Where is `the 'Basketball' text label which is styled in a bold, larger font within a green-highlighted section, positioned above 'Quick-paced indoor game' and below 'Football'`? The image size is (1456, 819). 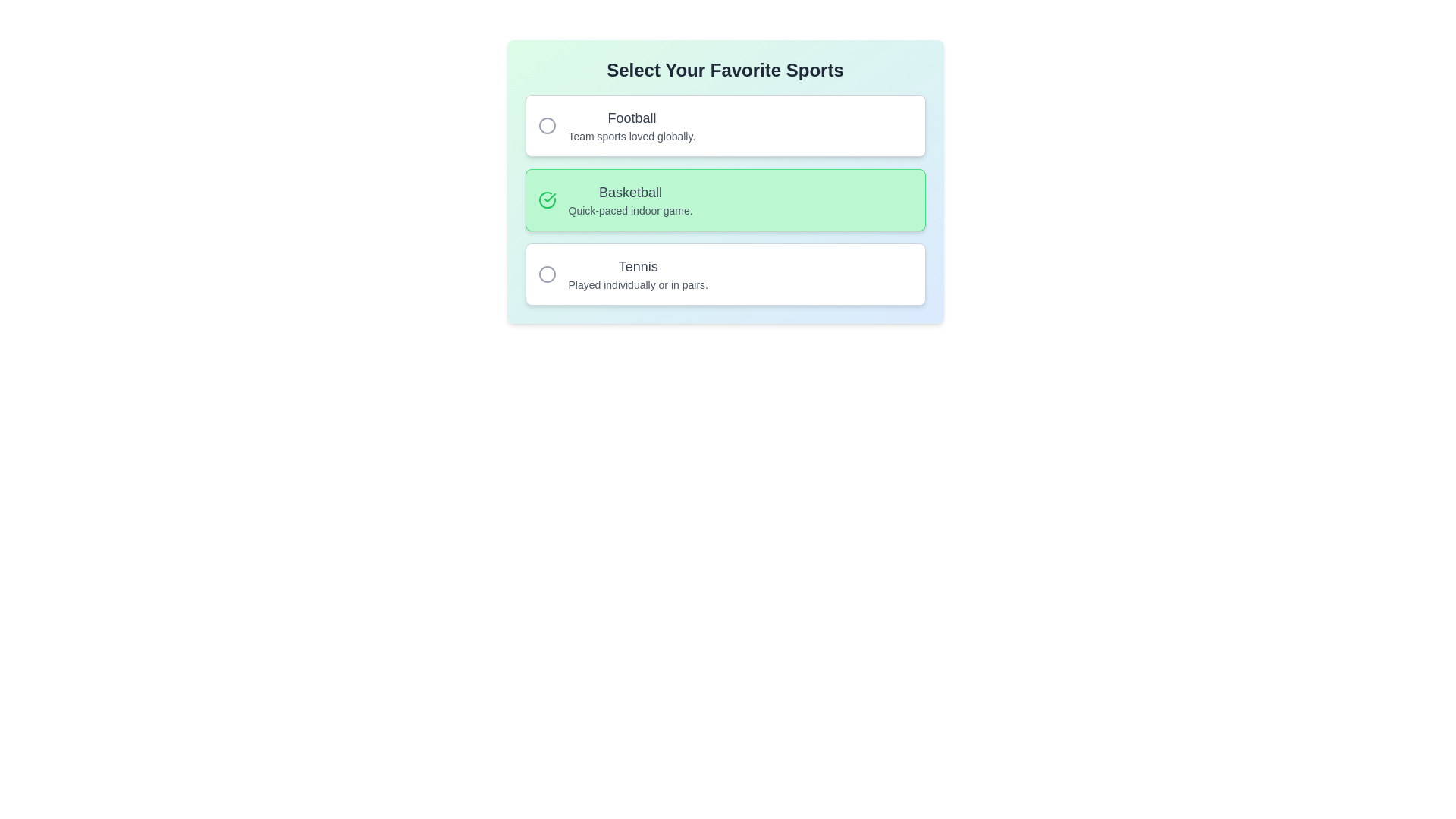
the 'Basketball' text label which is styled in a bold, larger font within a green-highlighted section, positioned above 'Quick-paced indoor game' and below 'Football' is located at coordinates (630, 192).